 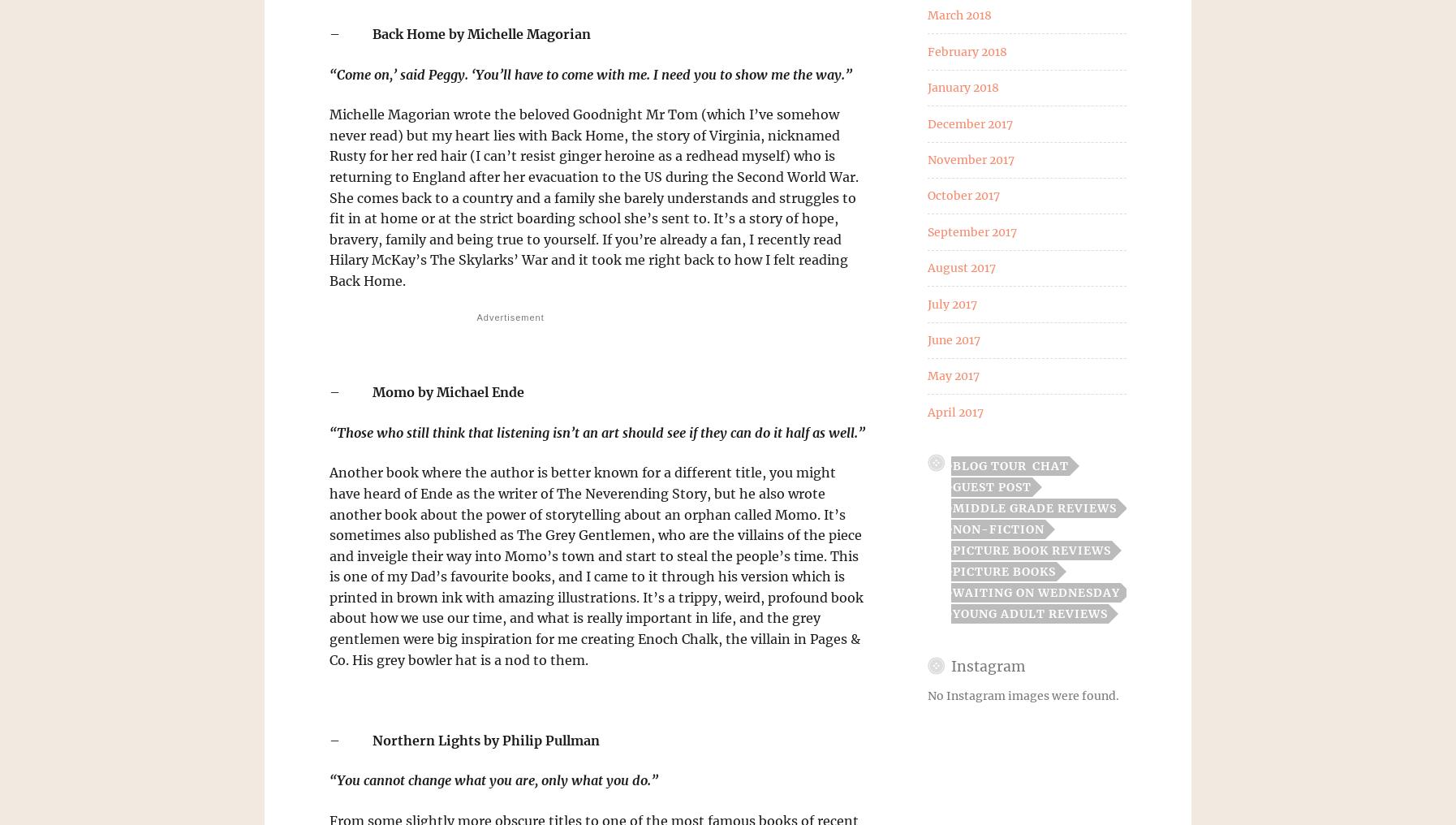 What do you see at coordinates (1049, 466) in the screenshot?
I see `'Chat'` at bounding box center [1049, 466].